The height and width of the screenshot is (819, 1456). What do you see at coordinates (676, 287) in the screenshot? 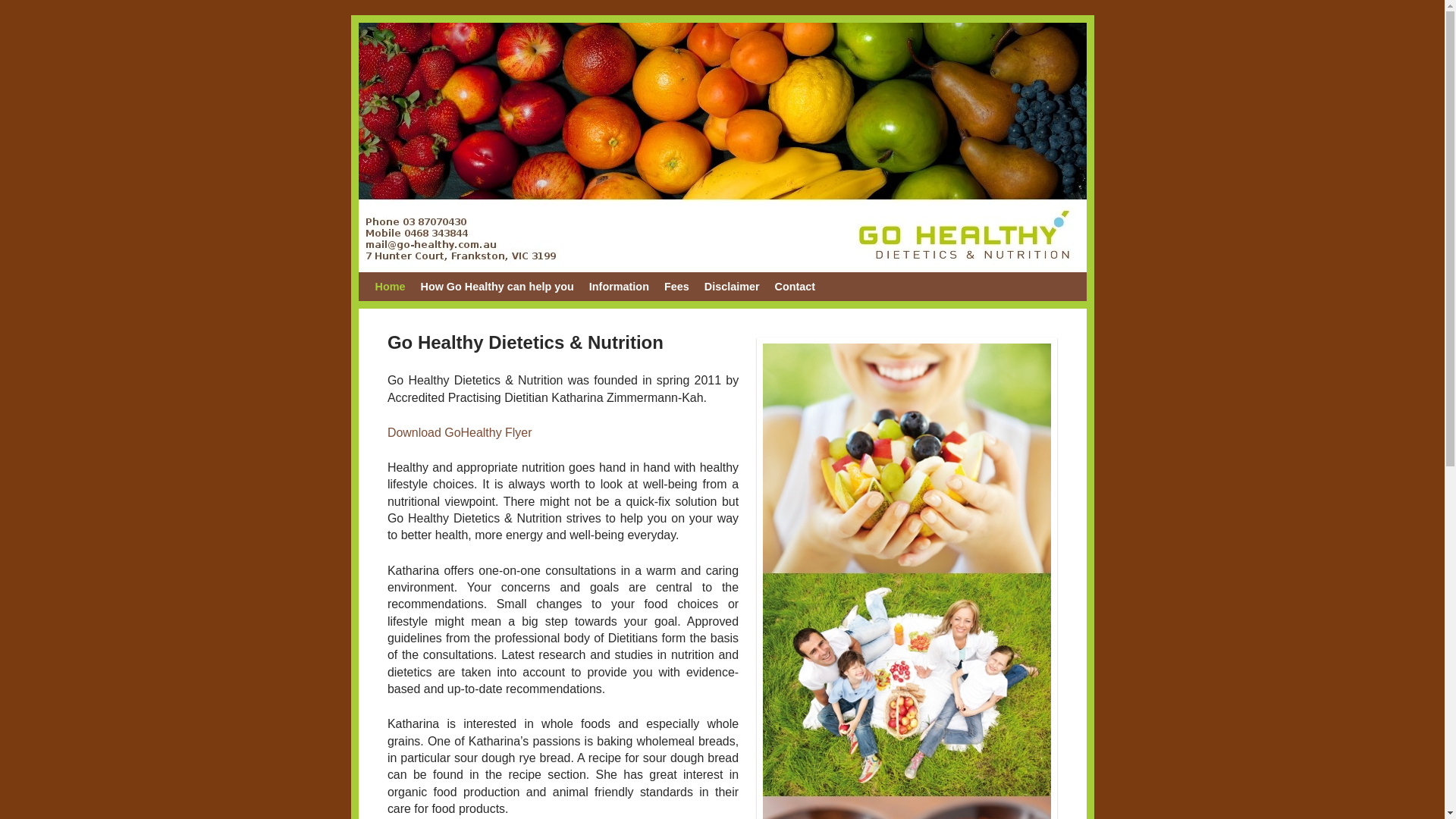
I see `'Fees'` at bounding box center [676, 287].